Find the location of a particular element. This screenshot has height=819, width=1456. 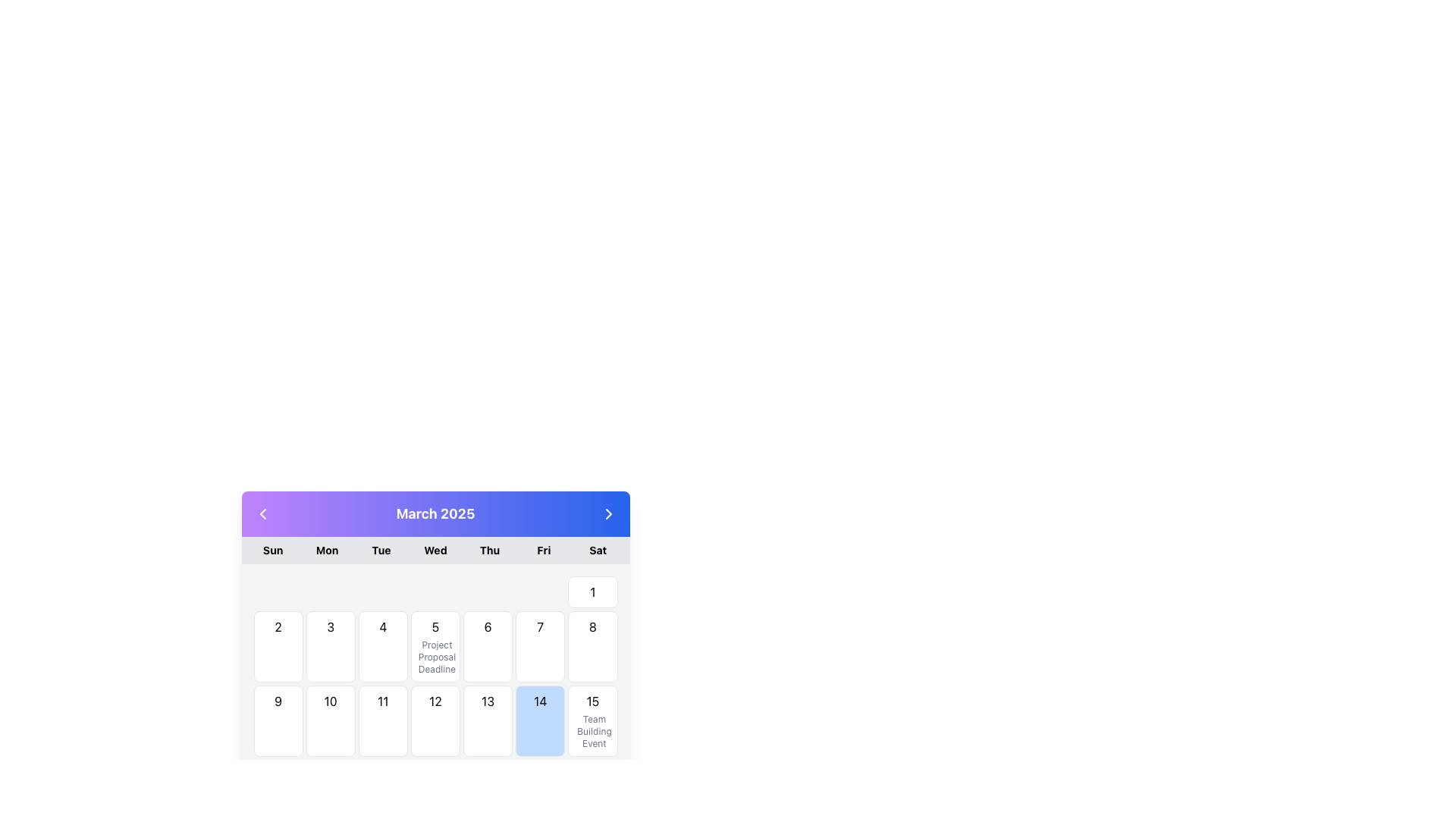

the leftmost button in the calendar header that navigates to the previous month is located at coordinates (262, 513).